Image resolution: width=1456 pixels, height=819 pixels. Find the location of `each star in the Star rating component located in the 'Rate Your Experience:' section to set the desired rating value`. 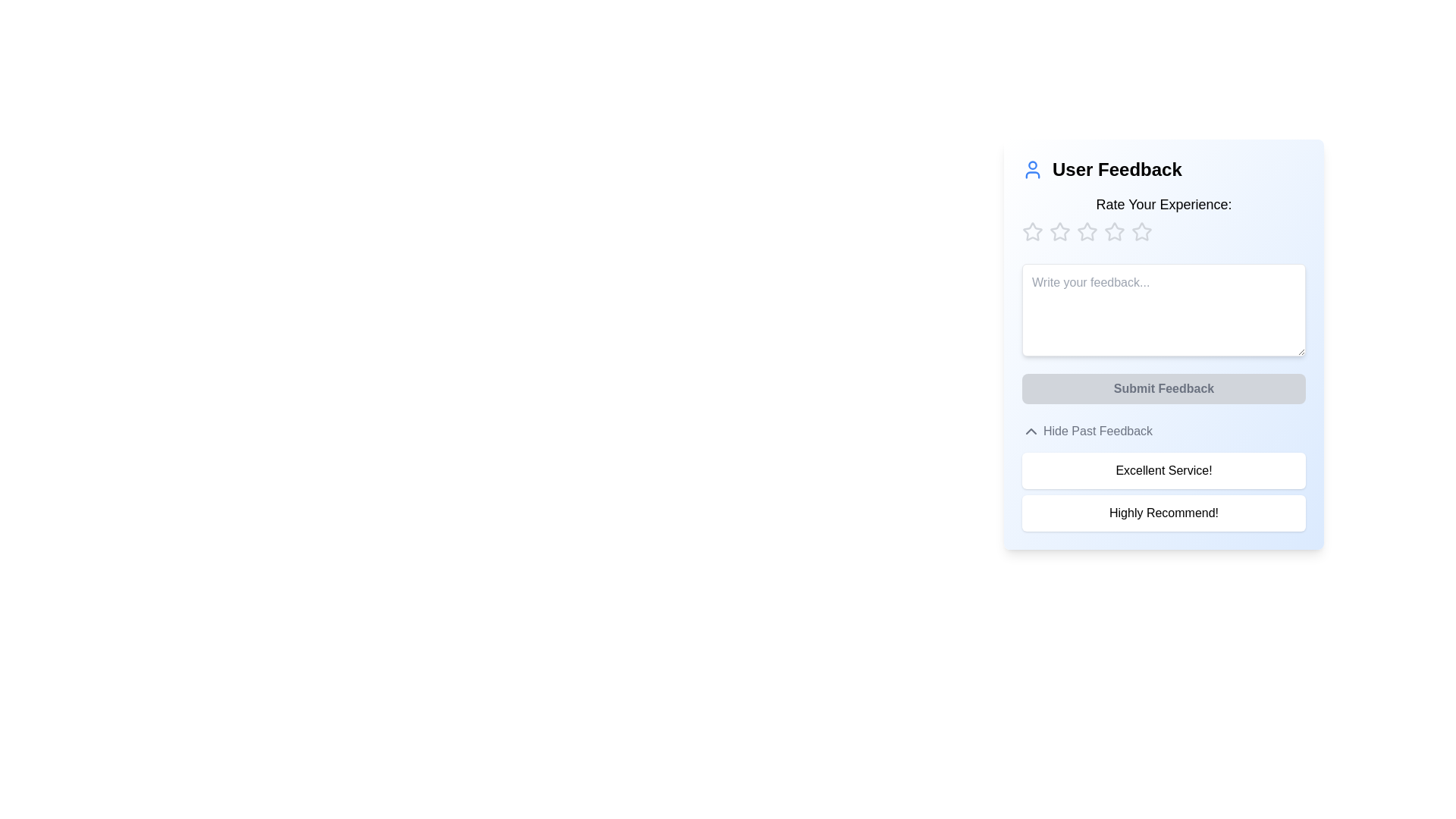

each star in the Star rating component located in the 'Rate Your Experience:' section to set the desired rating value is located at coordinates (1163, 231).